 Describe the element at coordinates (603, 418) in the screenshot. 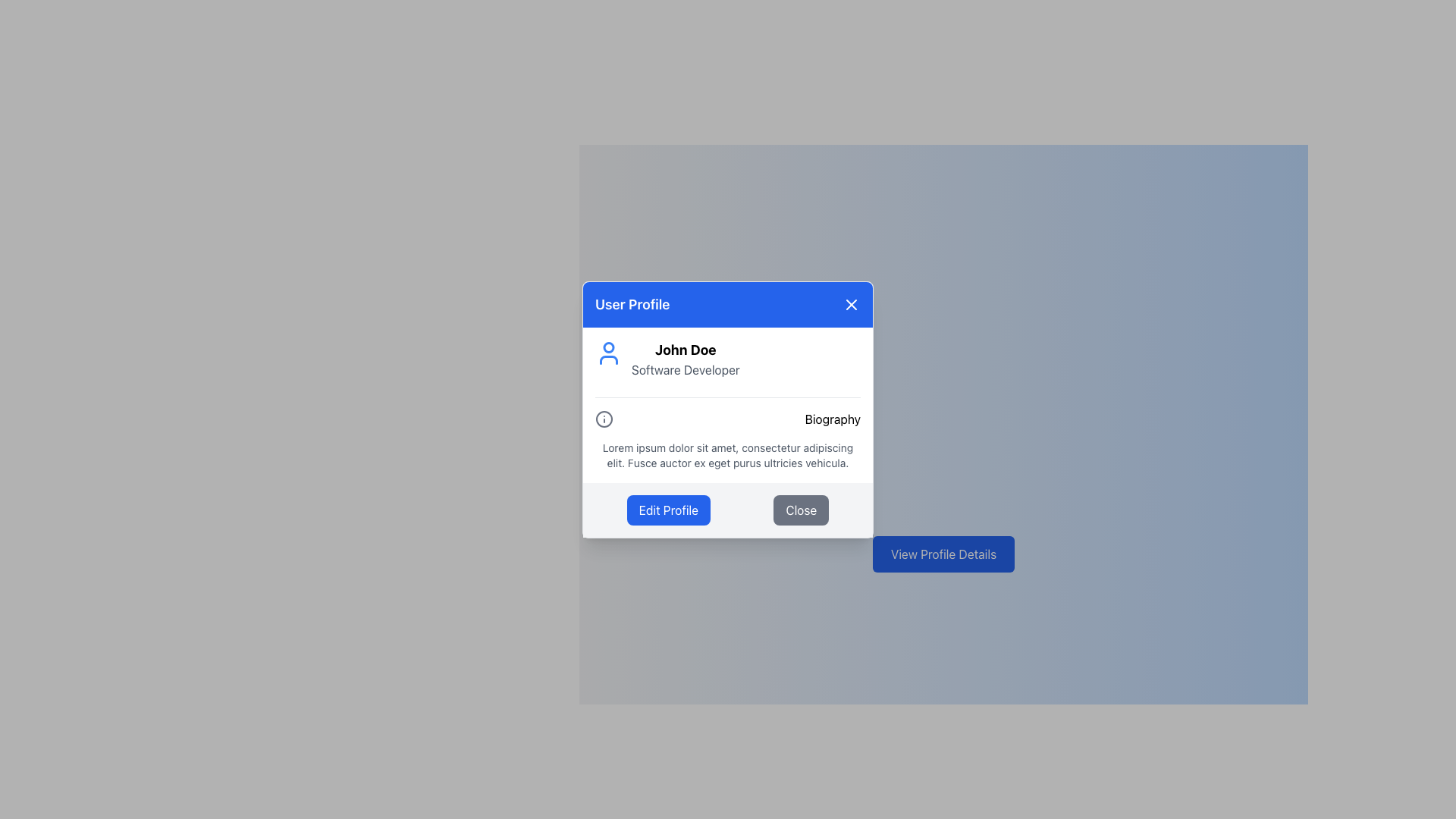

I see `the informational icon located to the left of the 'Biography' text within the profile card layout` at that location.